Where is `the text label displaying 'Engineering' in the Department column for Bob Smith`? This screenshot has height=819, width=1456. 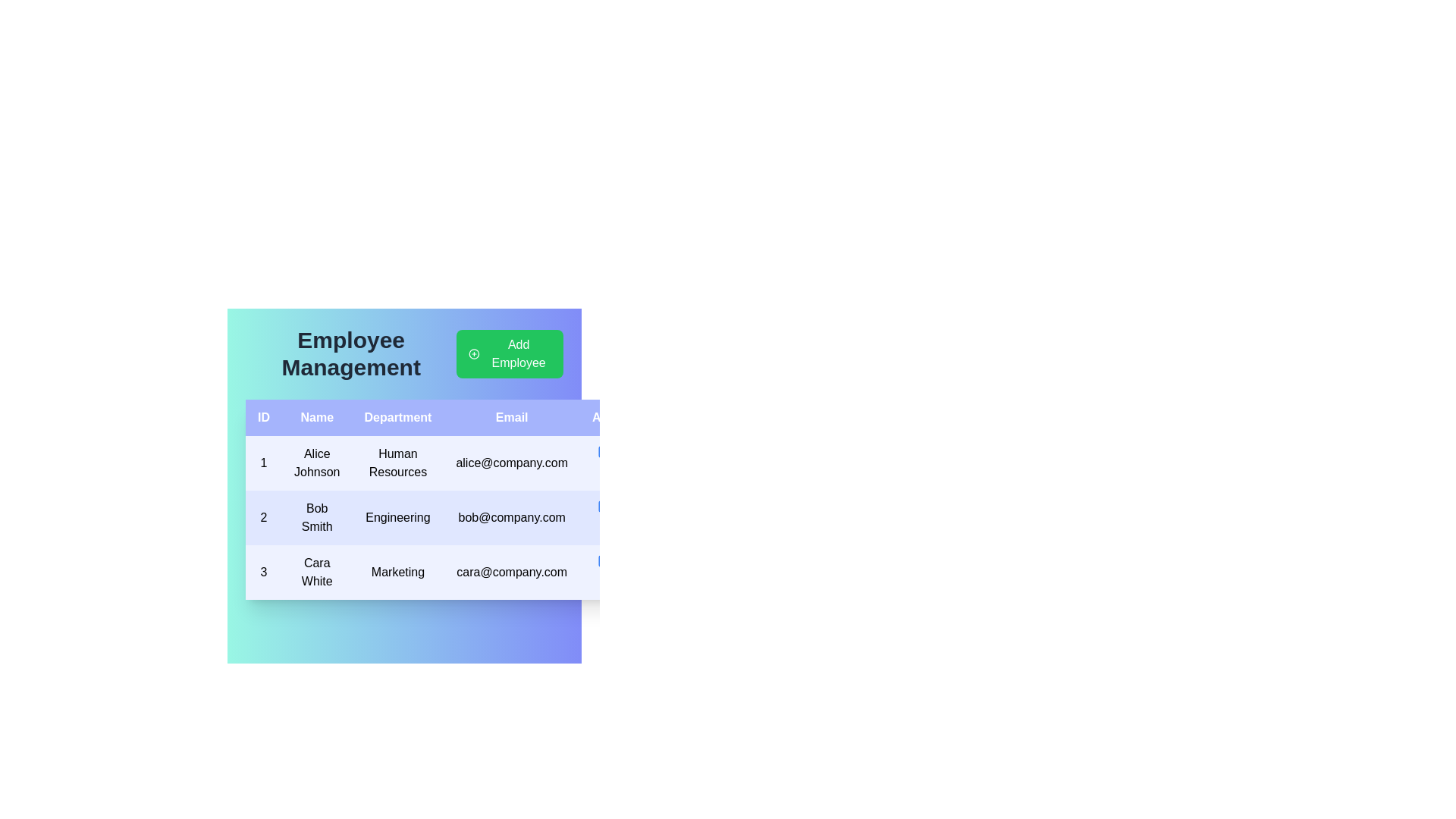 the text label displaying 'Engineering' in the Department column for Bob Smith is located at coordinates (397, 516).